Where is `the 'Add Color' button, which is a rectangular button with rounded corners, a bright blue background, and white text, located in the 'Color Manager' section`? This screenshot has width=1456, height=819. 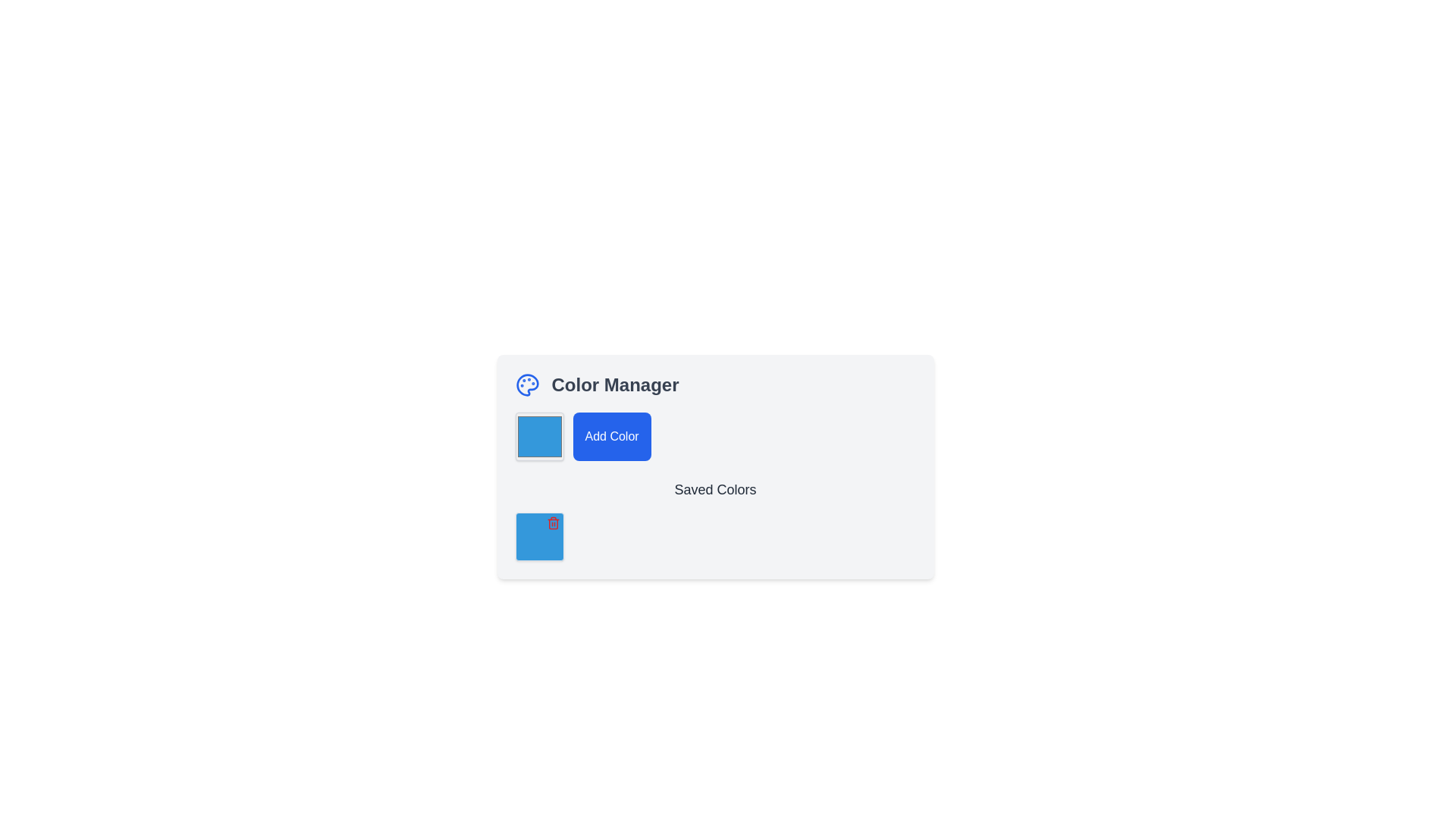
the 'Add Color' button, which is a rectangular button with rounded corners, a bright blue background, and white text, located in the 'Color Manager' section is located at coordinates (612, 436).